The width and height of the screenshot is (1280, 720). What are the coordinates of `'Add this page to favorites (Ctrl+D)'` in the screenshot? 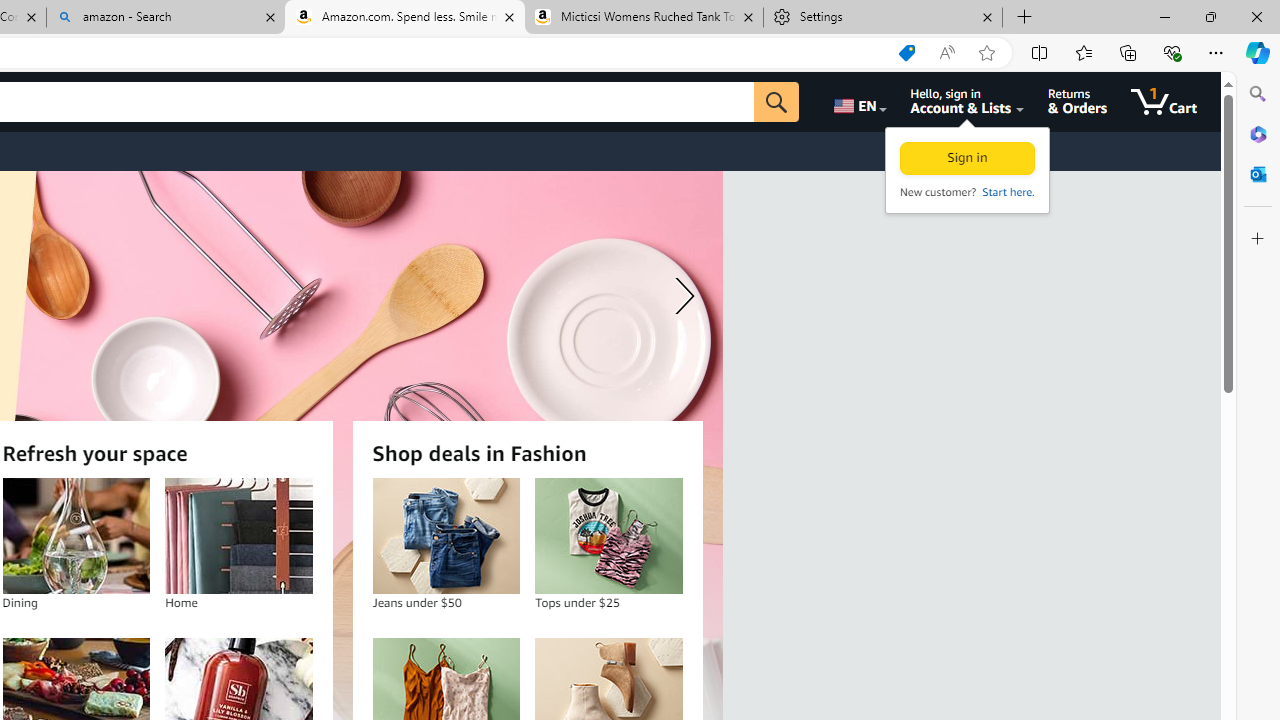 It's located at (986, 52).